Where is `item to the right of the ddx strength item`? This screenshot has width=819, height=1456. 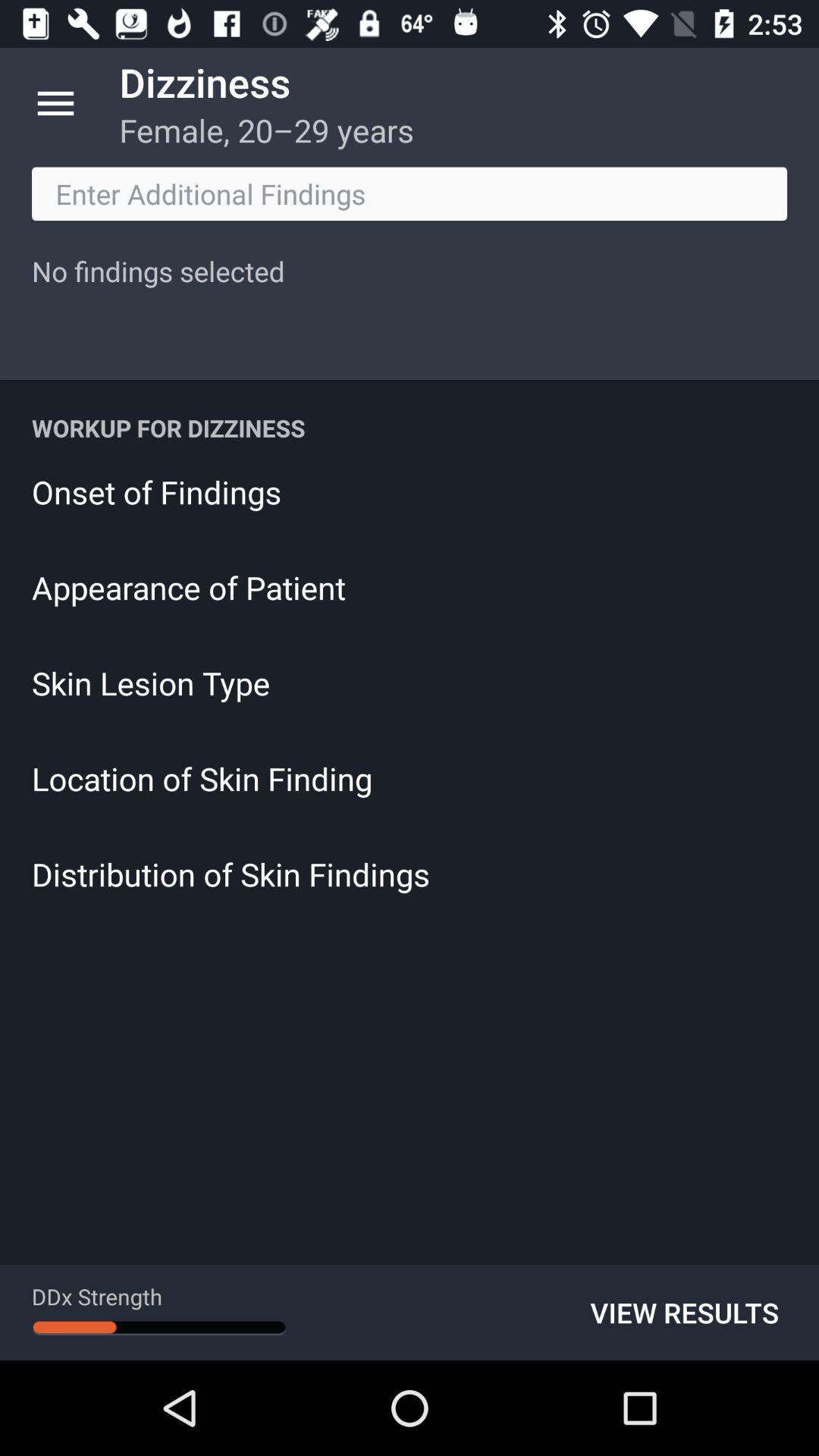
item to the right of the ddx strength item is located at coordinates (684, 1312).